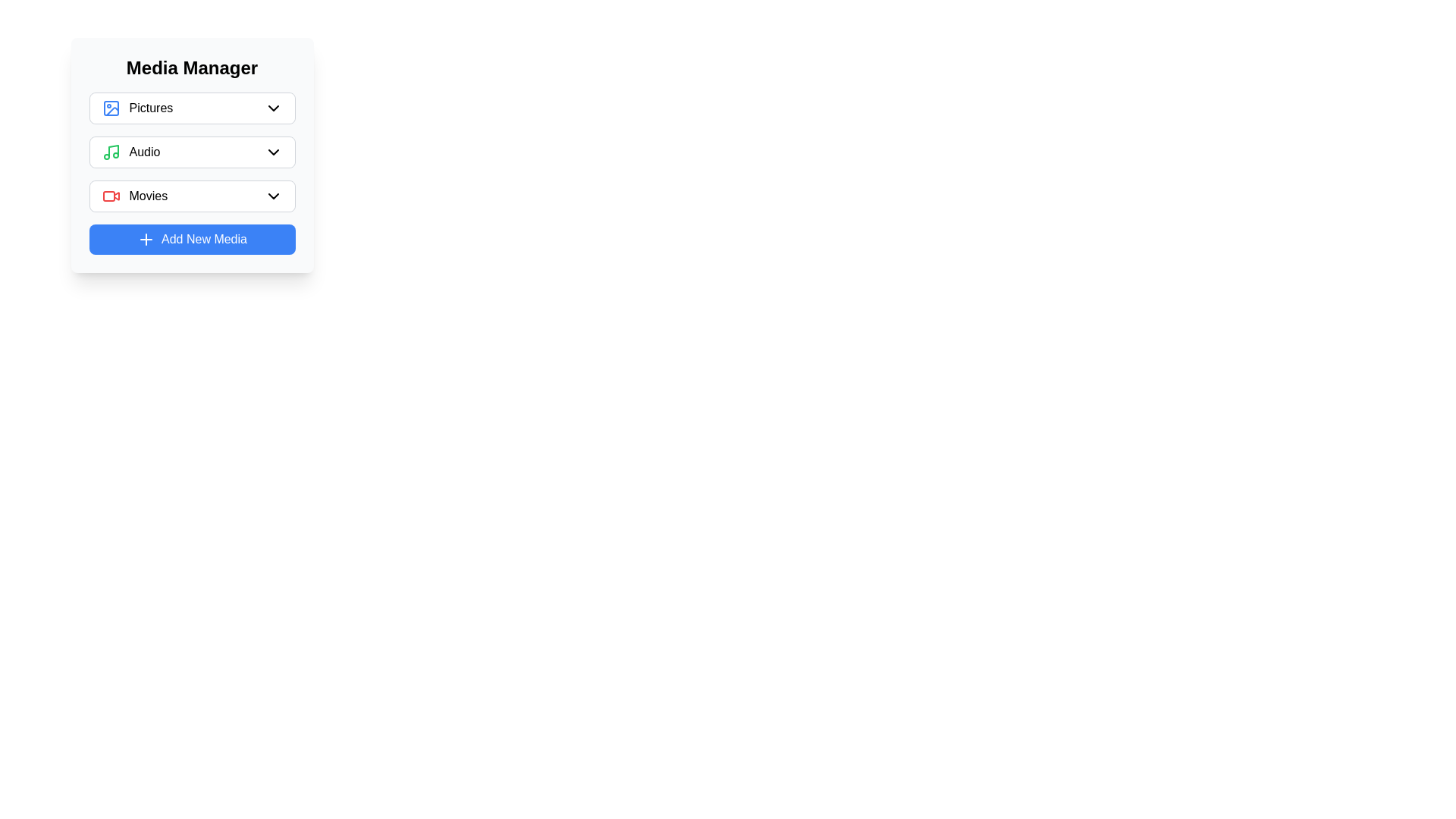 The image size is (1456, 819). I want to click on the 'Pictures' media category button in the media manager panel, so click(191, 107).